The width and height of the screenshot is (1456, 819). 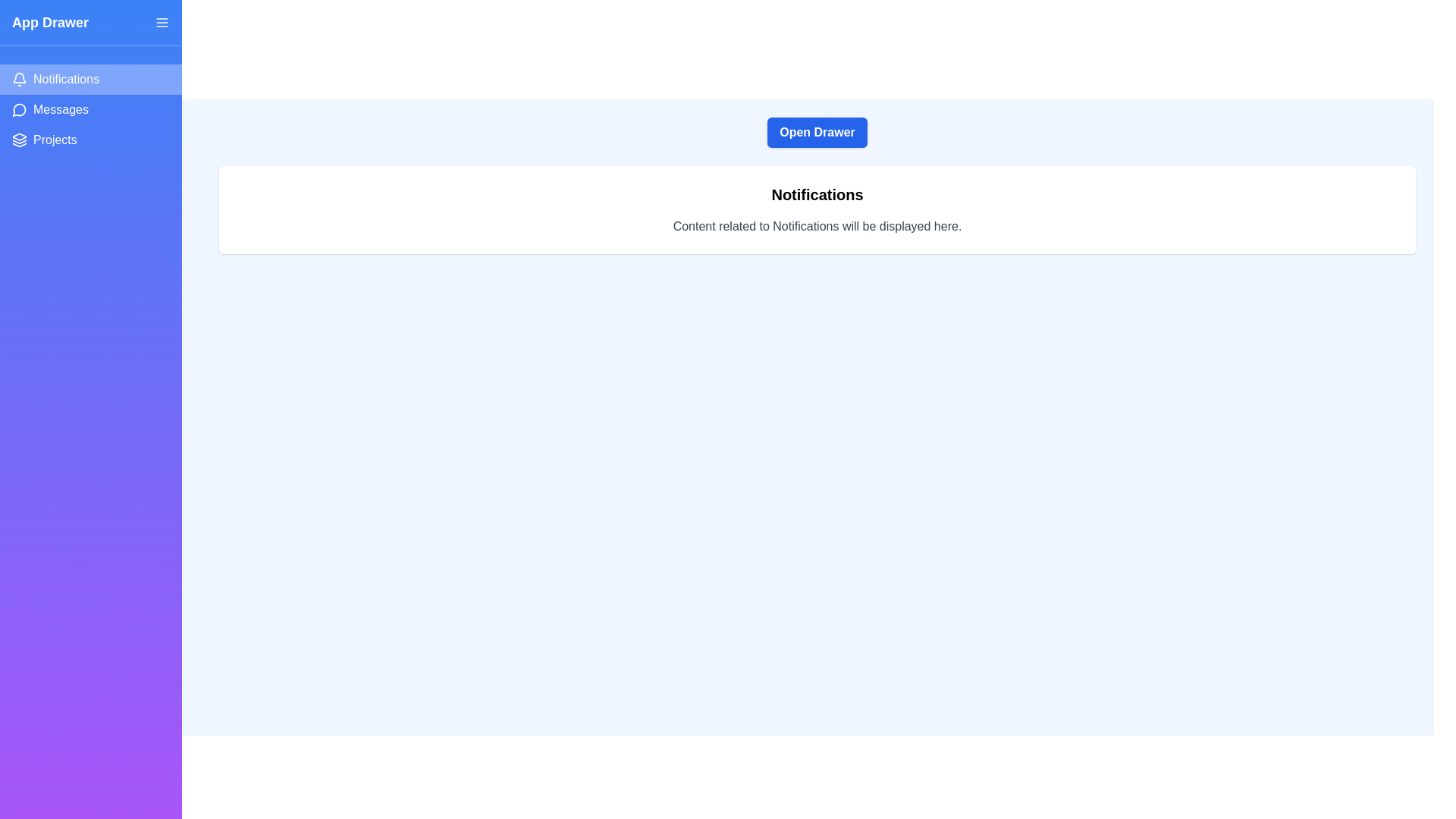 What do you see at coordinates (817, 131) in the screenshot?
I see `the 'Open Drawer' button to toggle the drawer open` at bounding box center [817, 131].